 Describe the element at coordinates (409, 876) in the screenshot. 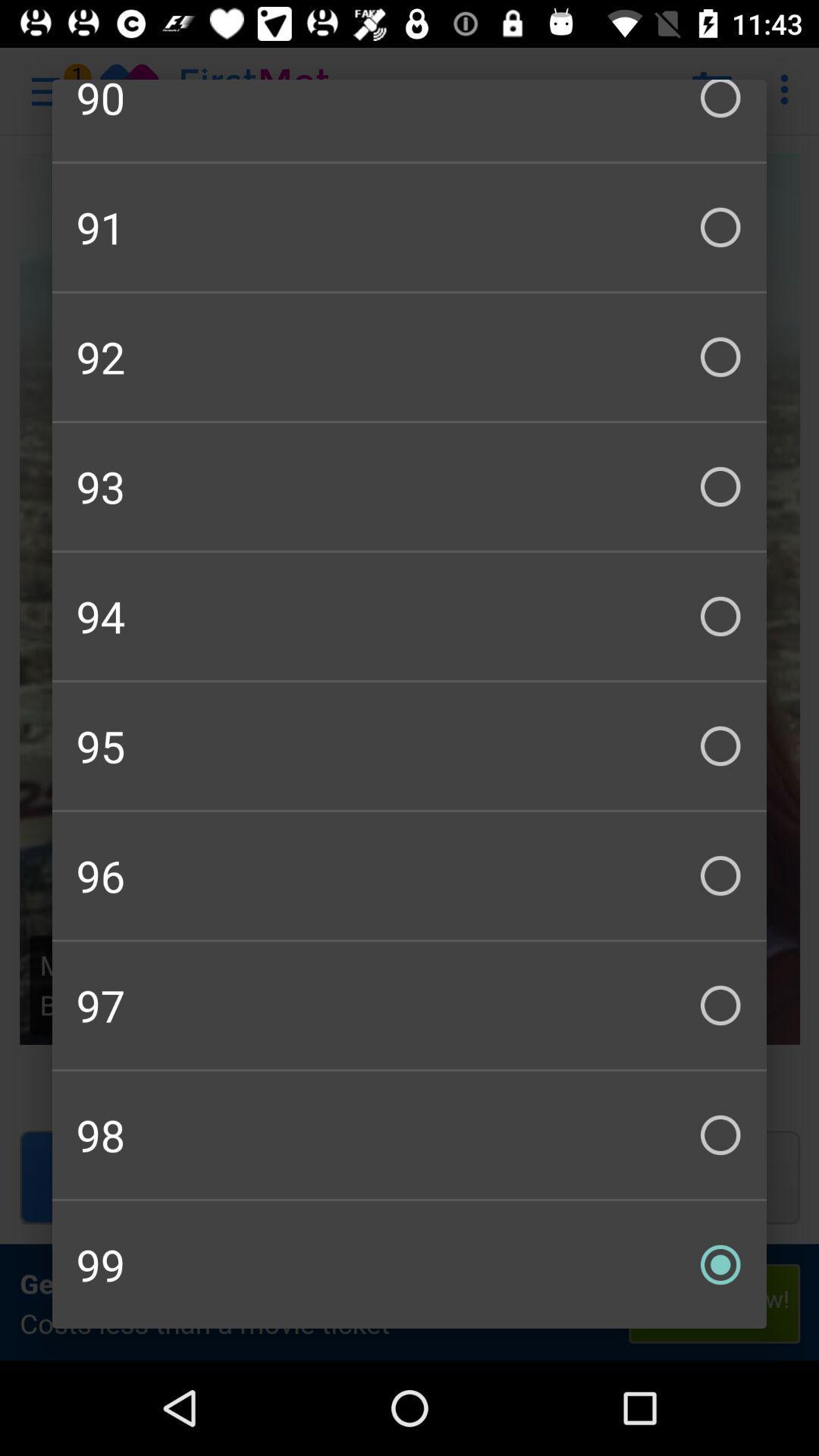

I see `the icon above 97 icon` at that location.